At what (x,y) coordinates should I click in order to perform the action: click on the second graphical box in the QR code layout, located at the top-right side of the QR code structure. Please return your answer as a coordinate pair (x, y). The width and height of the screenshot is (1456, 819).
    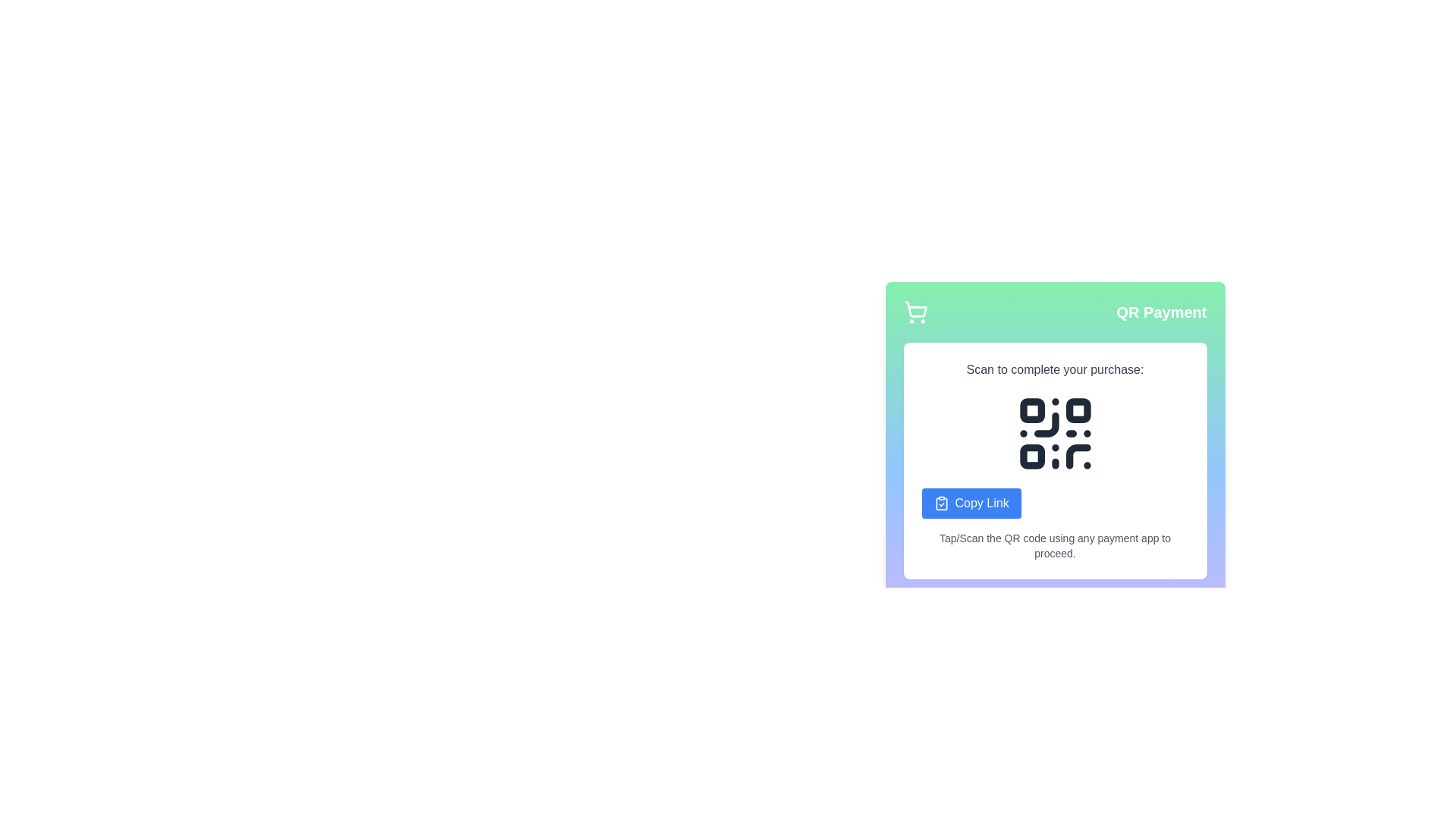
    Looking at the image, I should click on (1077, 410).